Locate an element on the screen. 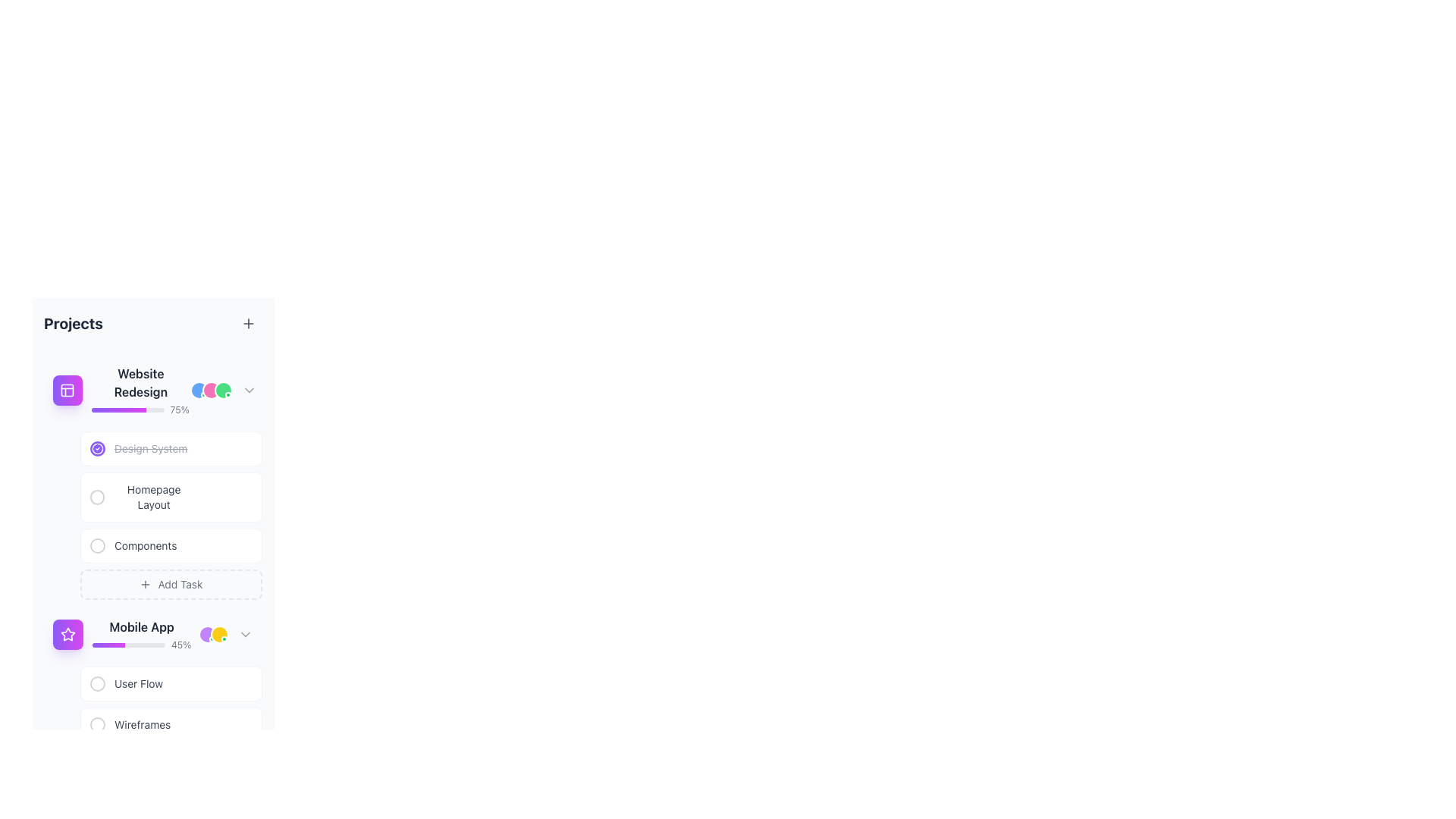 The image size is (1456, 819). the selectable list item representing a task within the 'Website Redesign' section, located between 'Design System' and 'Components' is located at coordinates (171, 514).